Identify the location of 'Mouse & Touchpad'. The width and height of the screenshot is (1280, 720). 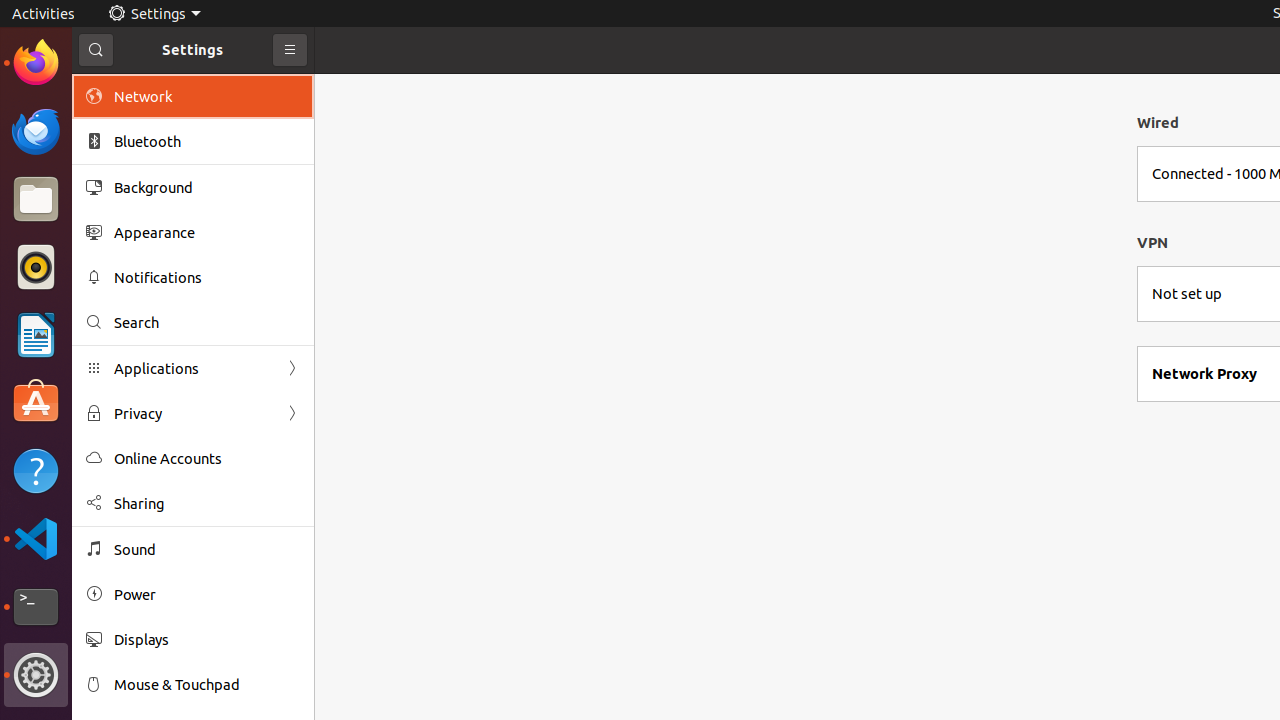
(206, 683).